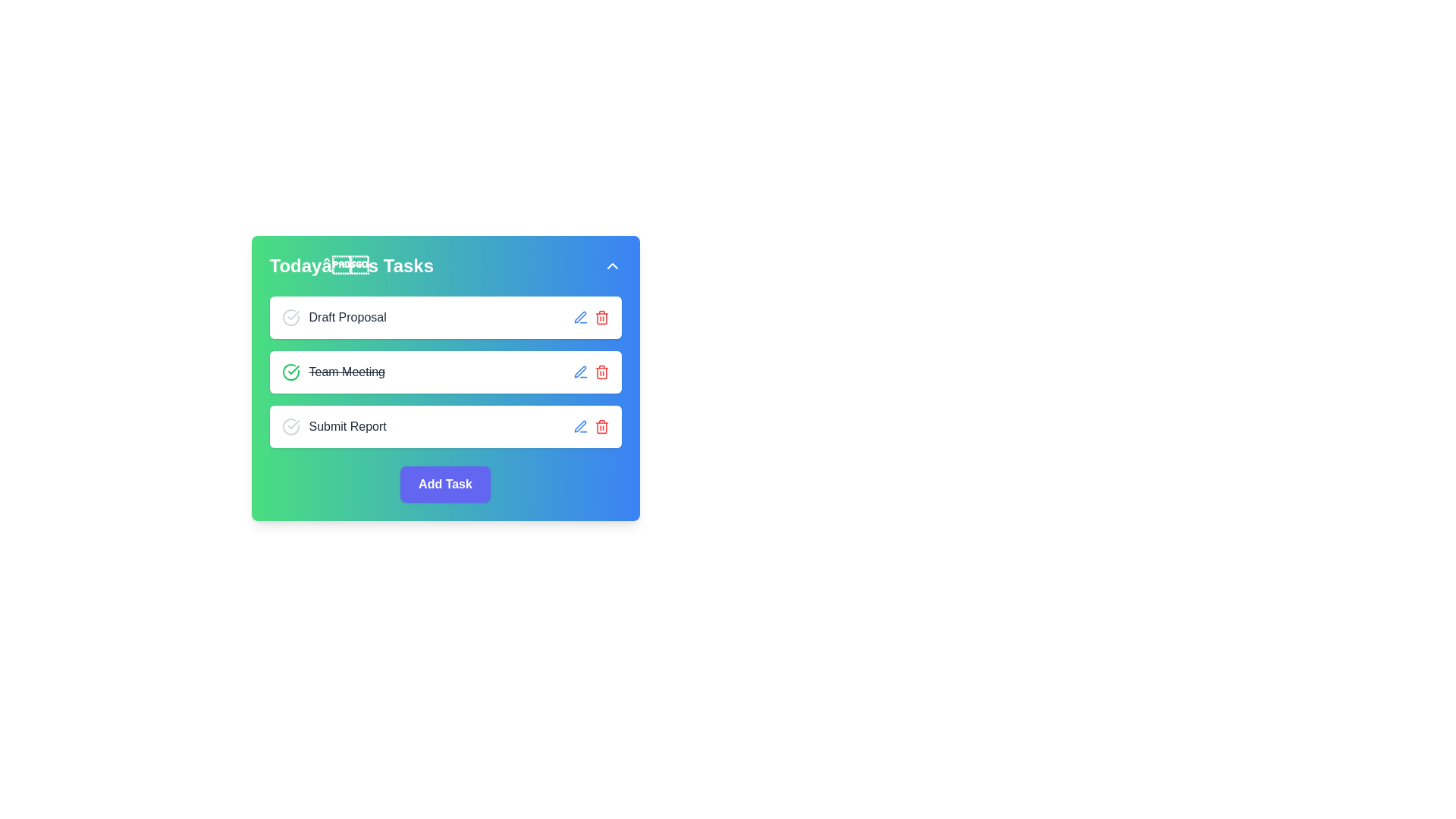  I want to click on the bold text label reading 'Today’s Tasks', which is positioned at the top-left corner of the card interface, adjacent to a chevron up icon, so click(350, 265).